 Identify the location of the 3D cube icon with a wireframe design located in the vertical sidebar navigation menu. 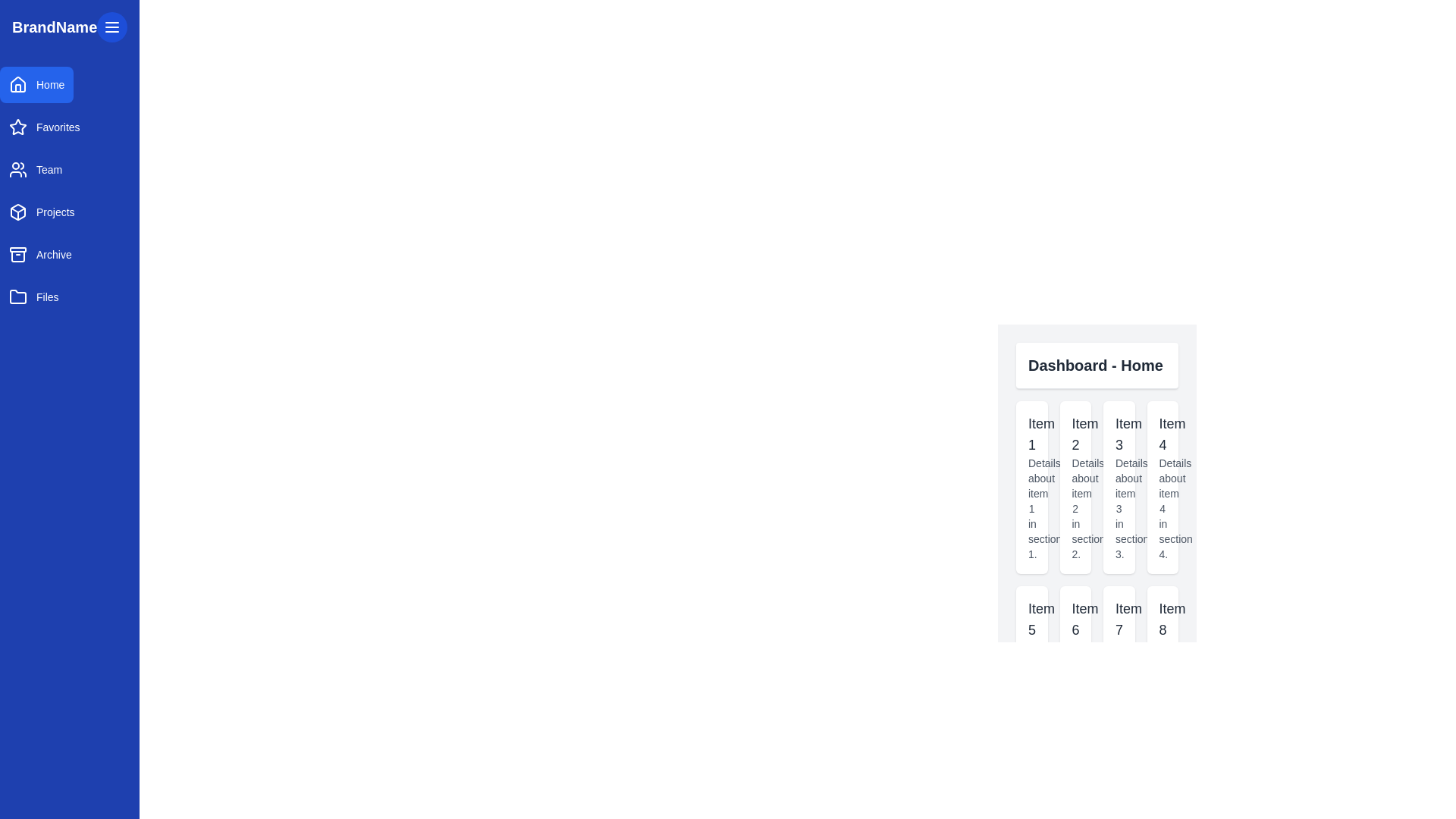
(18, 212).